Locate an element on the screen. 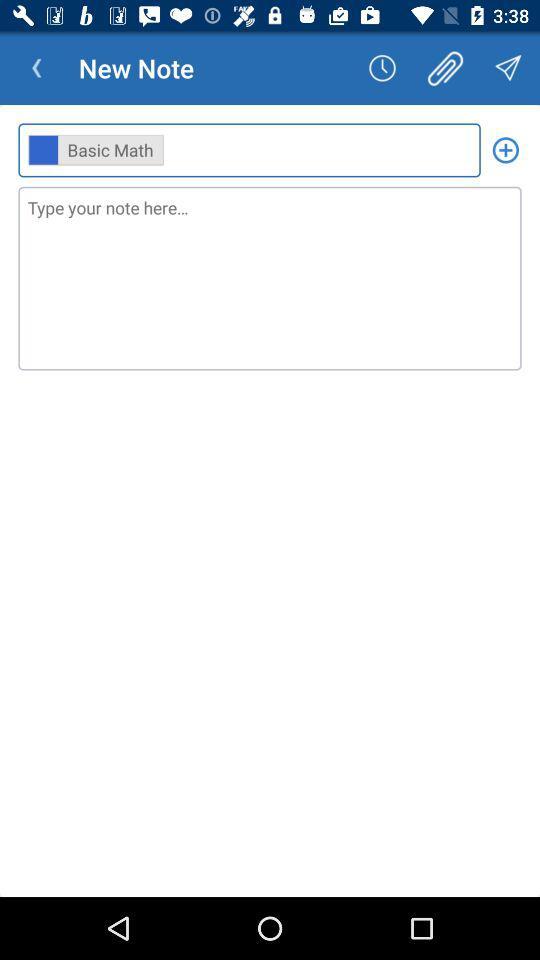  the icon below the ,,  item is located at coordinates (270, 277).